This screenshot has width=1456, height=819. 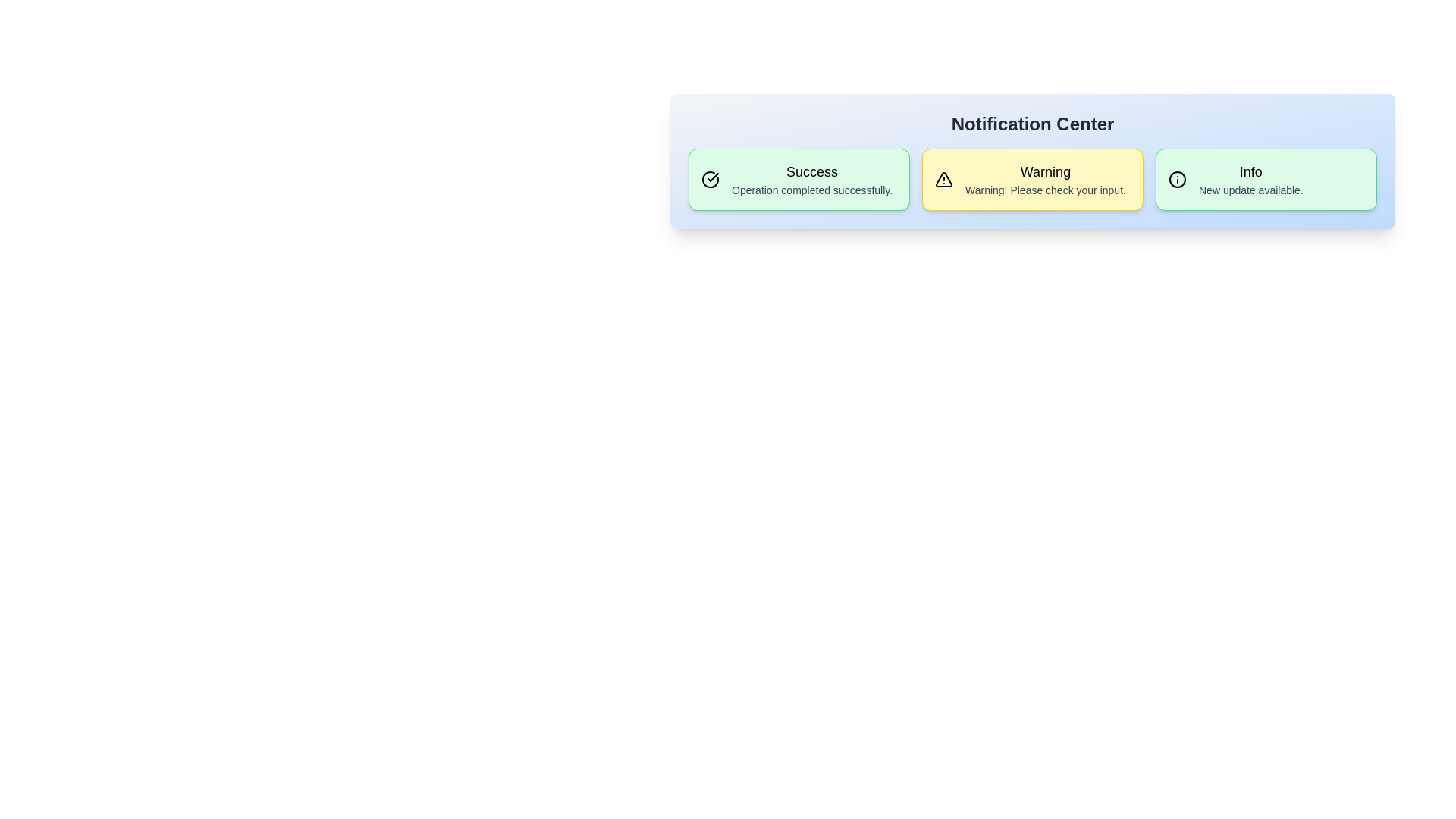 I want to click on the notification card corresponding to Success, so click(x=799, y=178).